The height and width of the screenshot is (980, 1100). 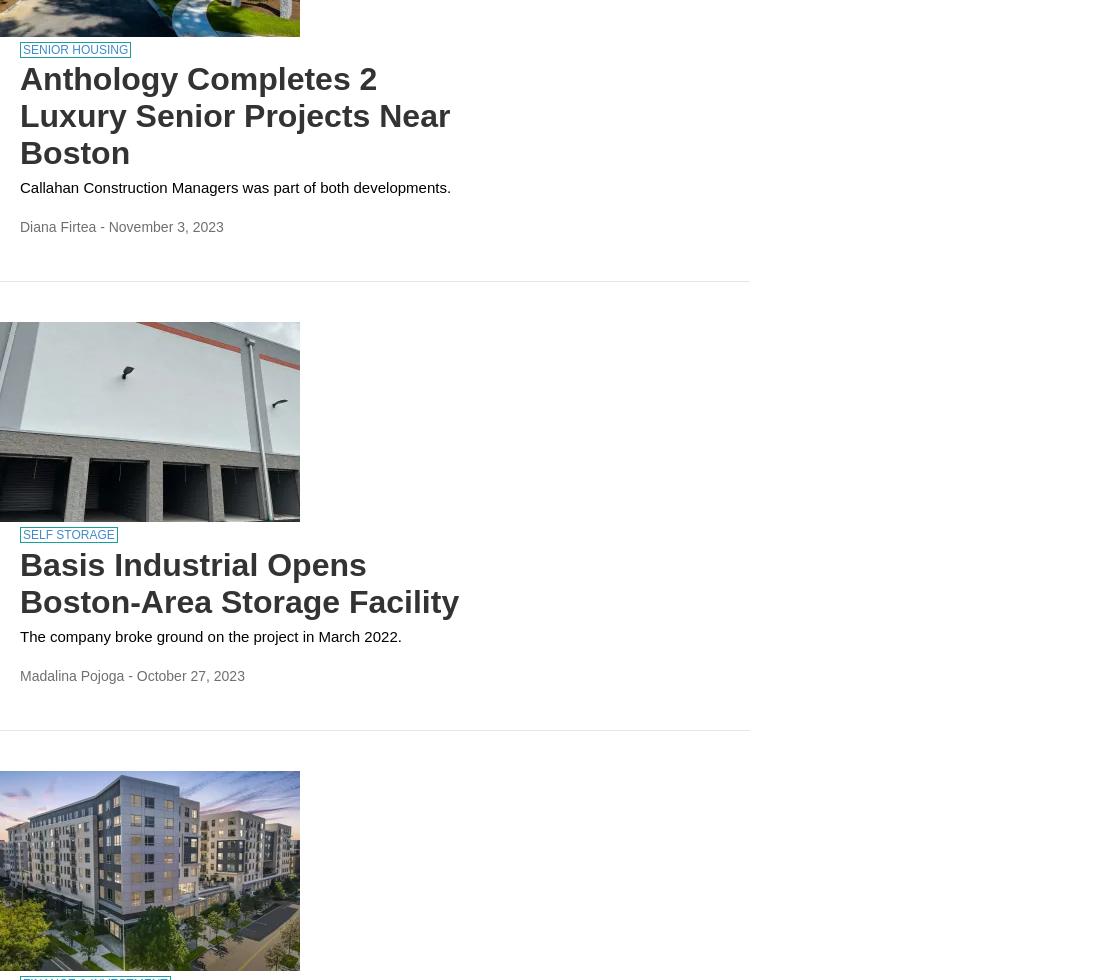 What do you see at coordinates (75, 49) in the screenshot?
I see `'Senior Housing'` at bounding box center [75, 49].